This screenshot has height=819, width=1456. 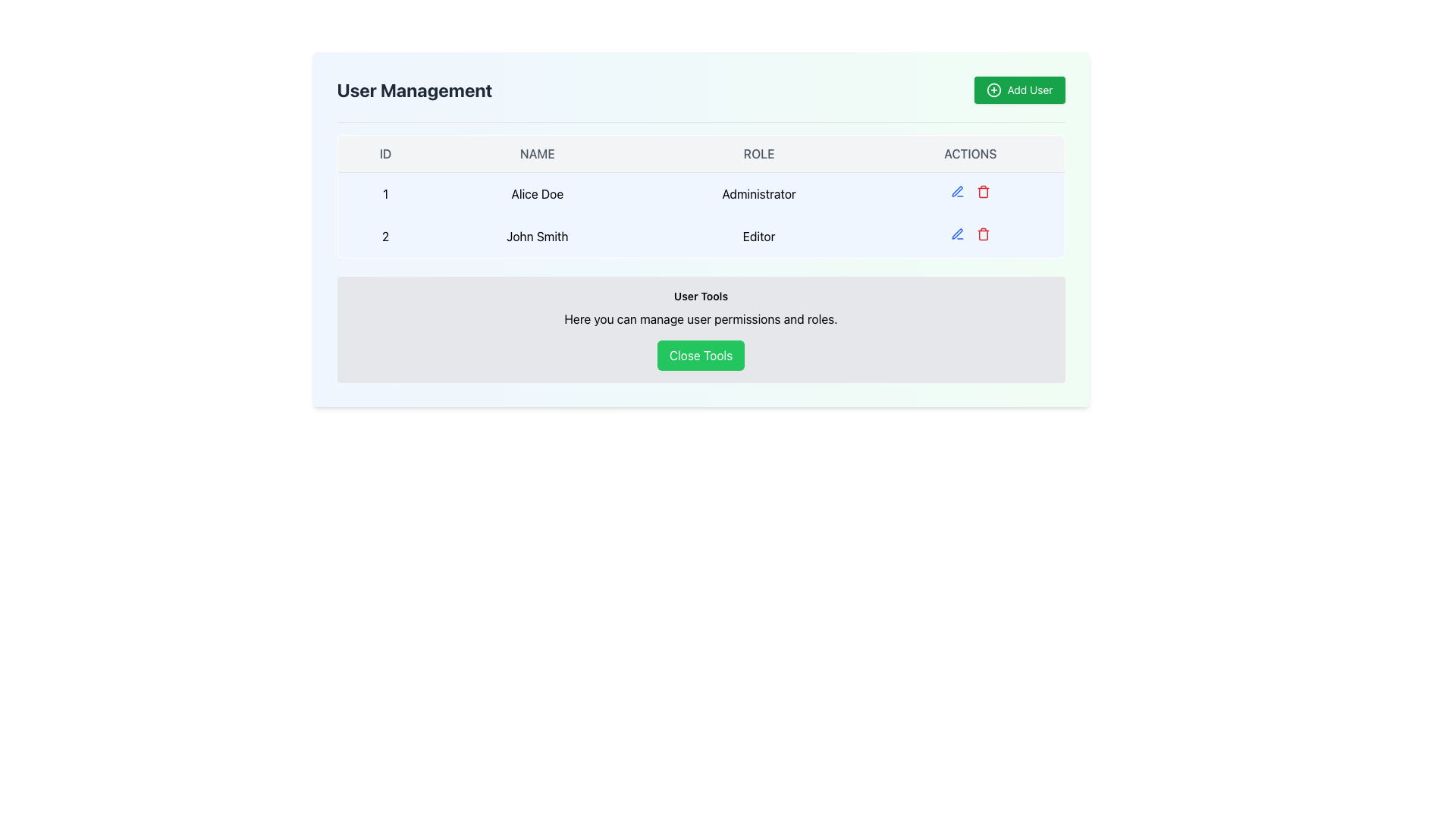 I want to click on the text label displaying 'ROLE' in uppercase, which is centrally located in the header row of the table layout, between the 'NAME' and 'ACTIONS' cells, so click(x=759, y=154).